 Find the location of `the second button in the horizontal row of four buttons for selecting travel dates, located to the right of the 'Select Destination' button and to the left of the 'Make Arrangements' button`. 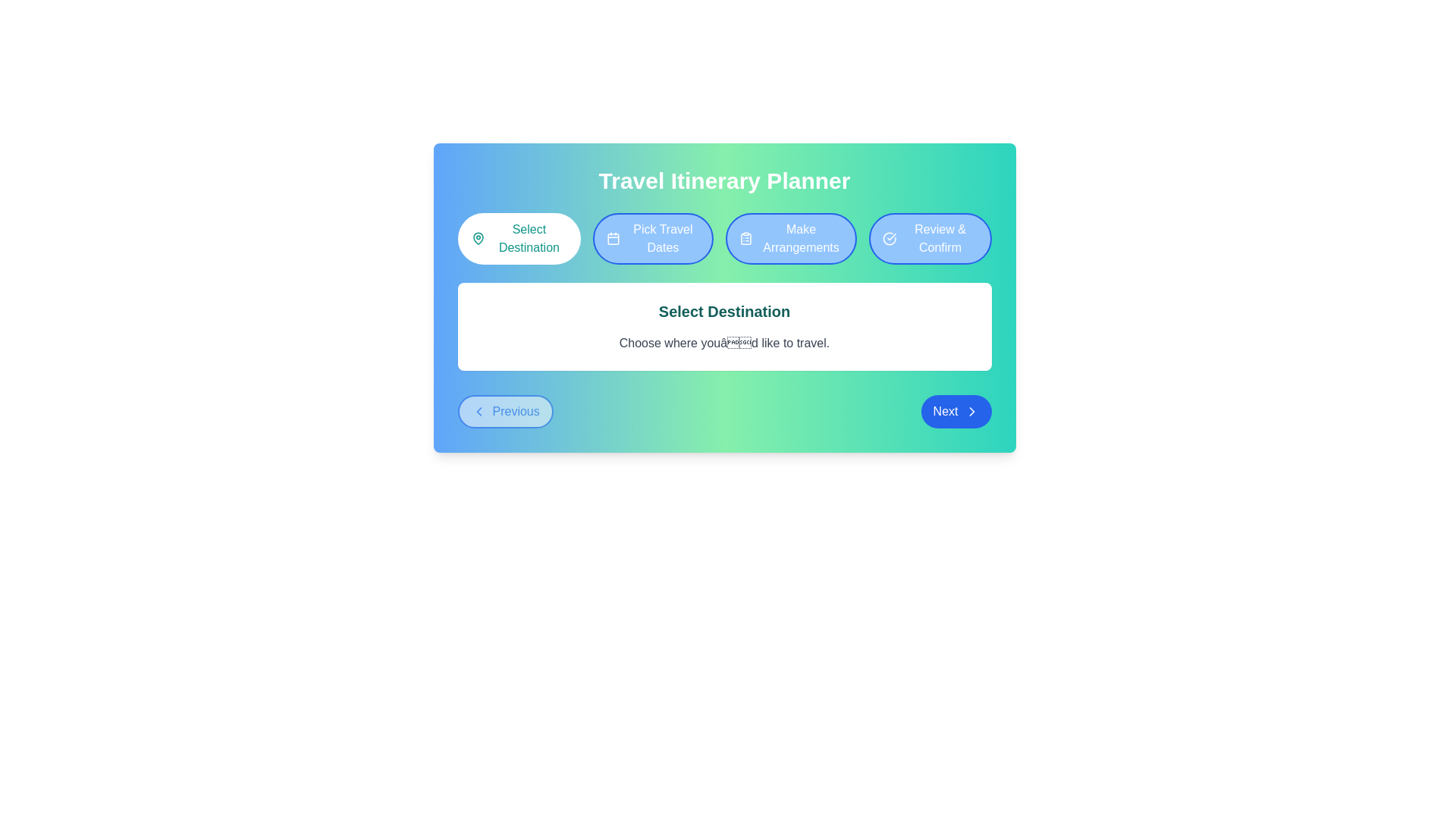

the second button in the horizontal row of four buttons for selecting travel dates, located to the right of the 'Select Destination' button and to the left of the 'Make Arrangements' button is located at coordinates (663, 239).